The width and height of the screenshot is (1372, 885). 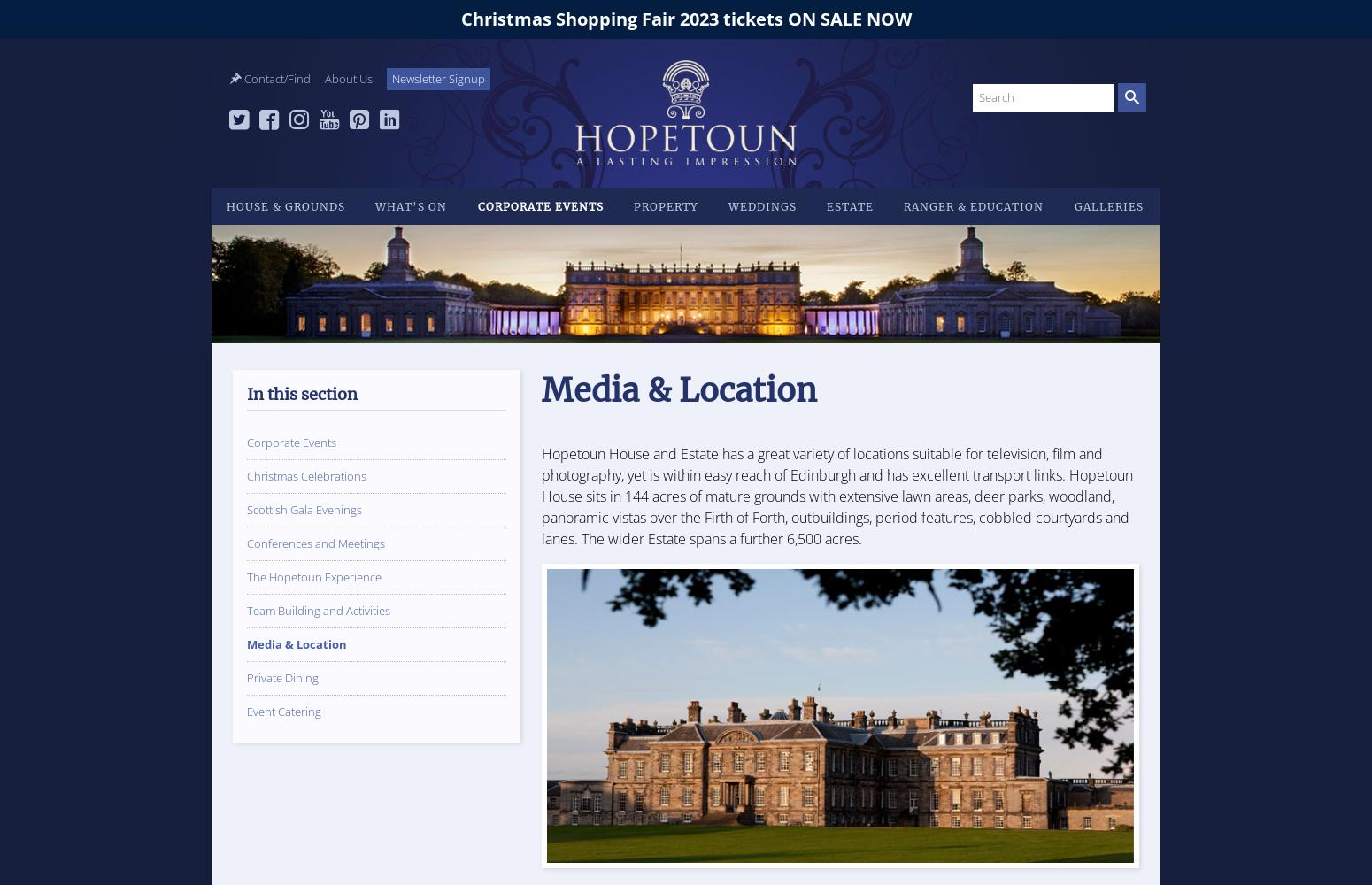 What do you see at coordinates (685, 19) in the screenshot?
I see `'Christmas Shopping Fair 2023 tickets ON SALE NOW'` at bounding box center [685, 19].